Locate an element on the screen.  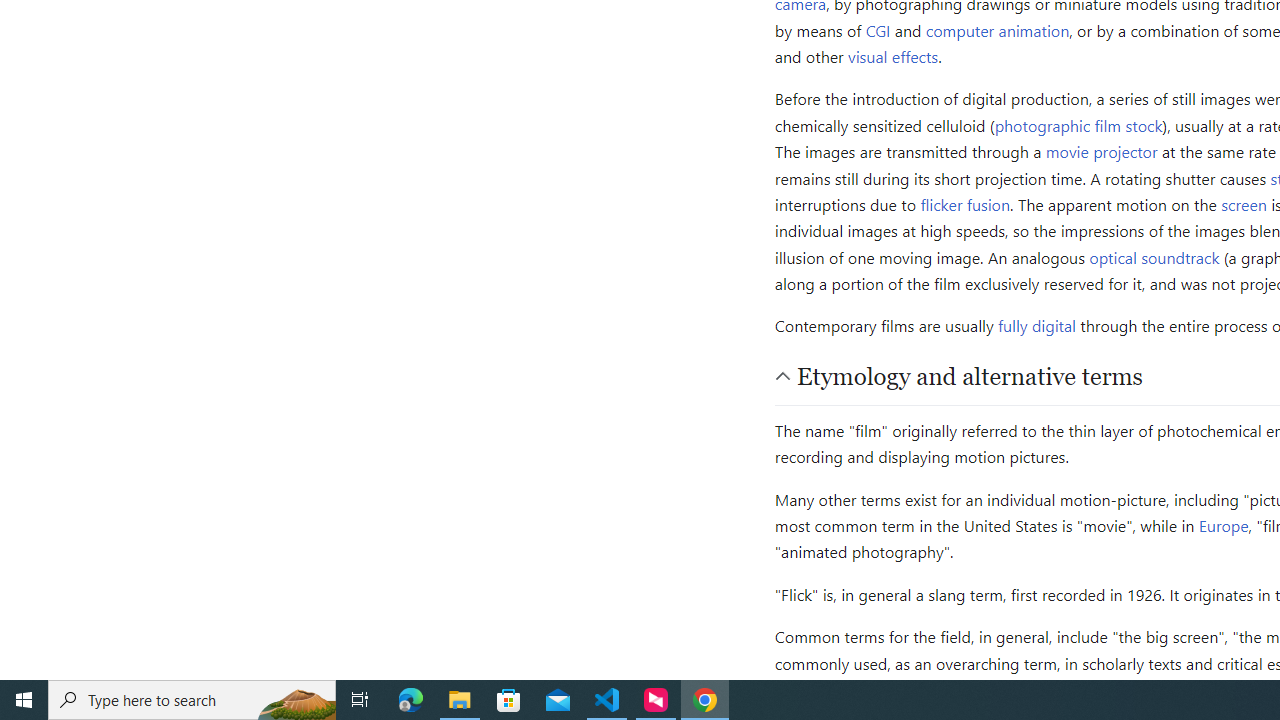
'fully digital' is located at coordinates (1037, 325).